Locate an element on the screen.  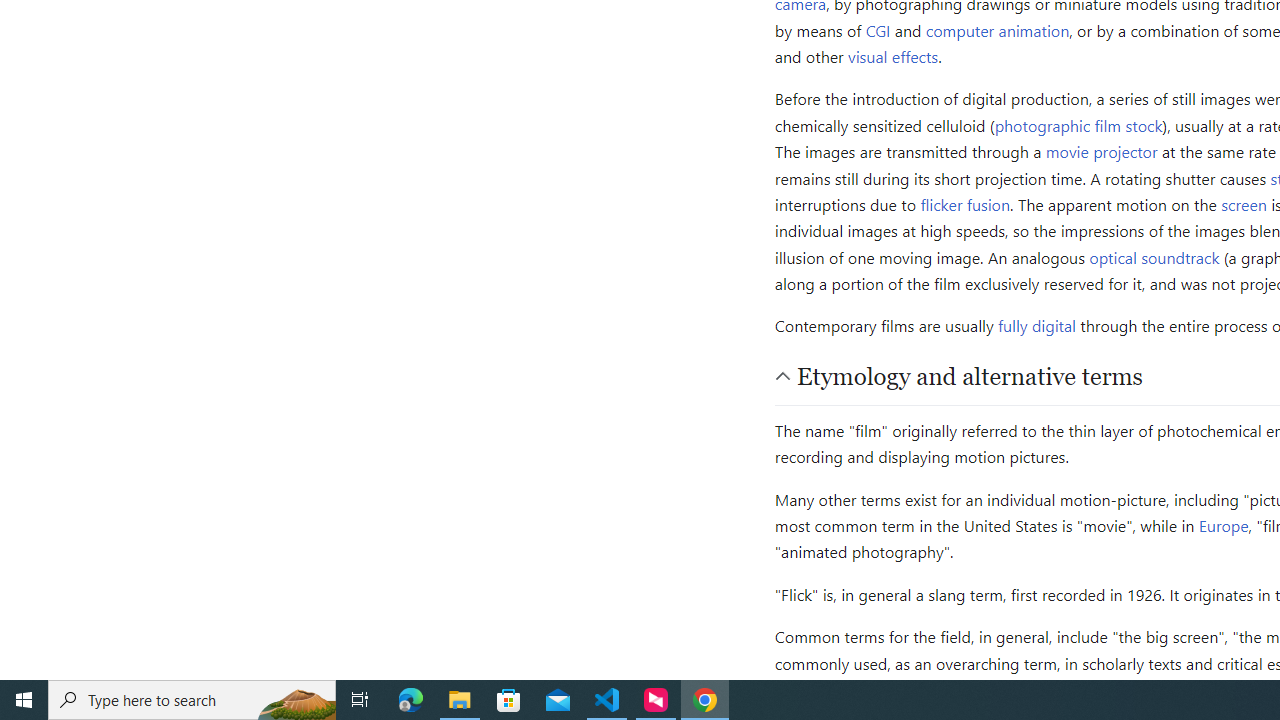
'fully digital' is located at coordinates (1037, 325).